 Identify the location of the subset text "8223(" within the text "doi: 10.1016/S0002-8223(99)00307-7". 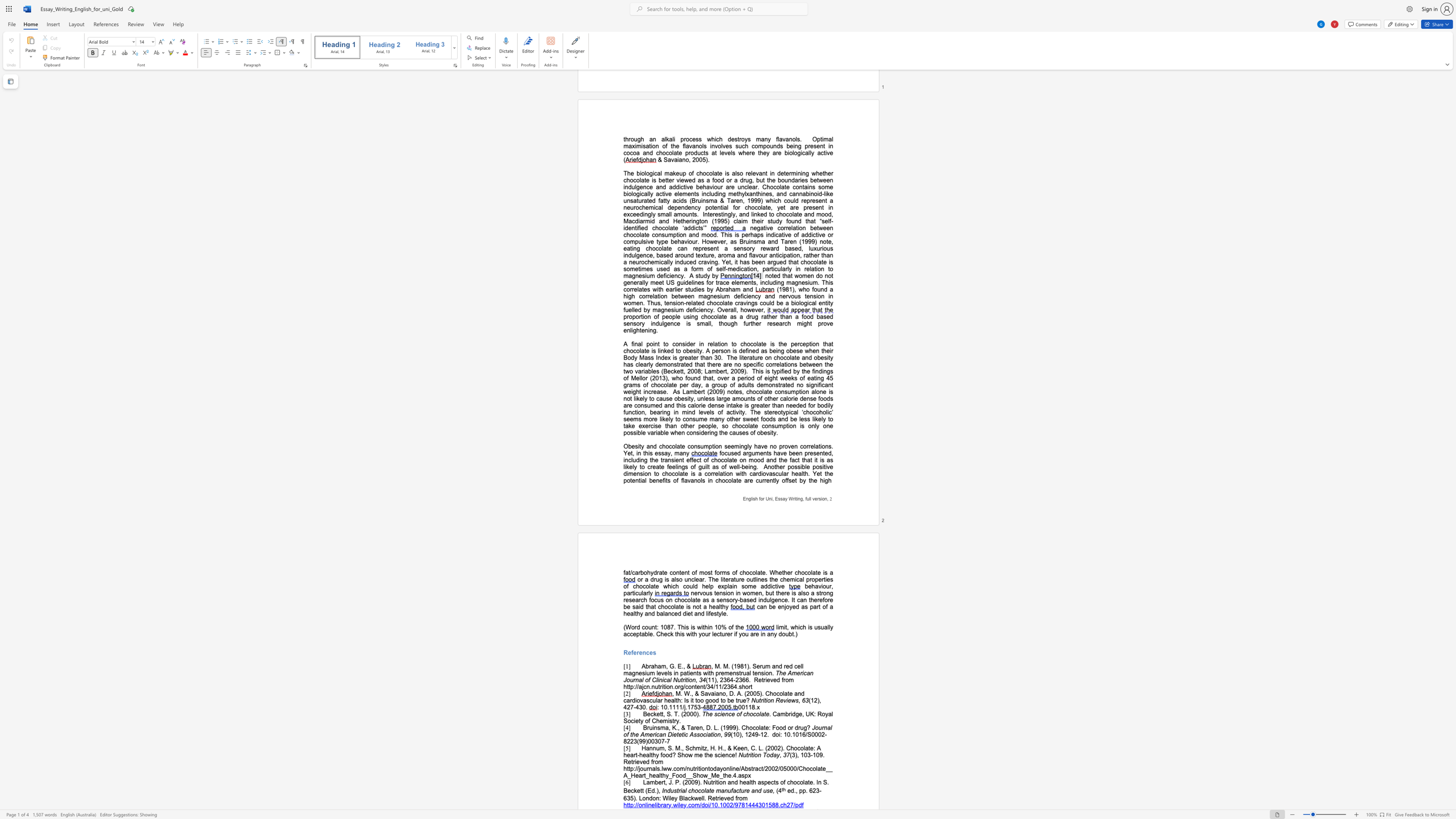
(623, 741).